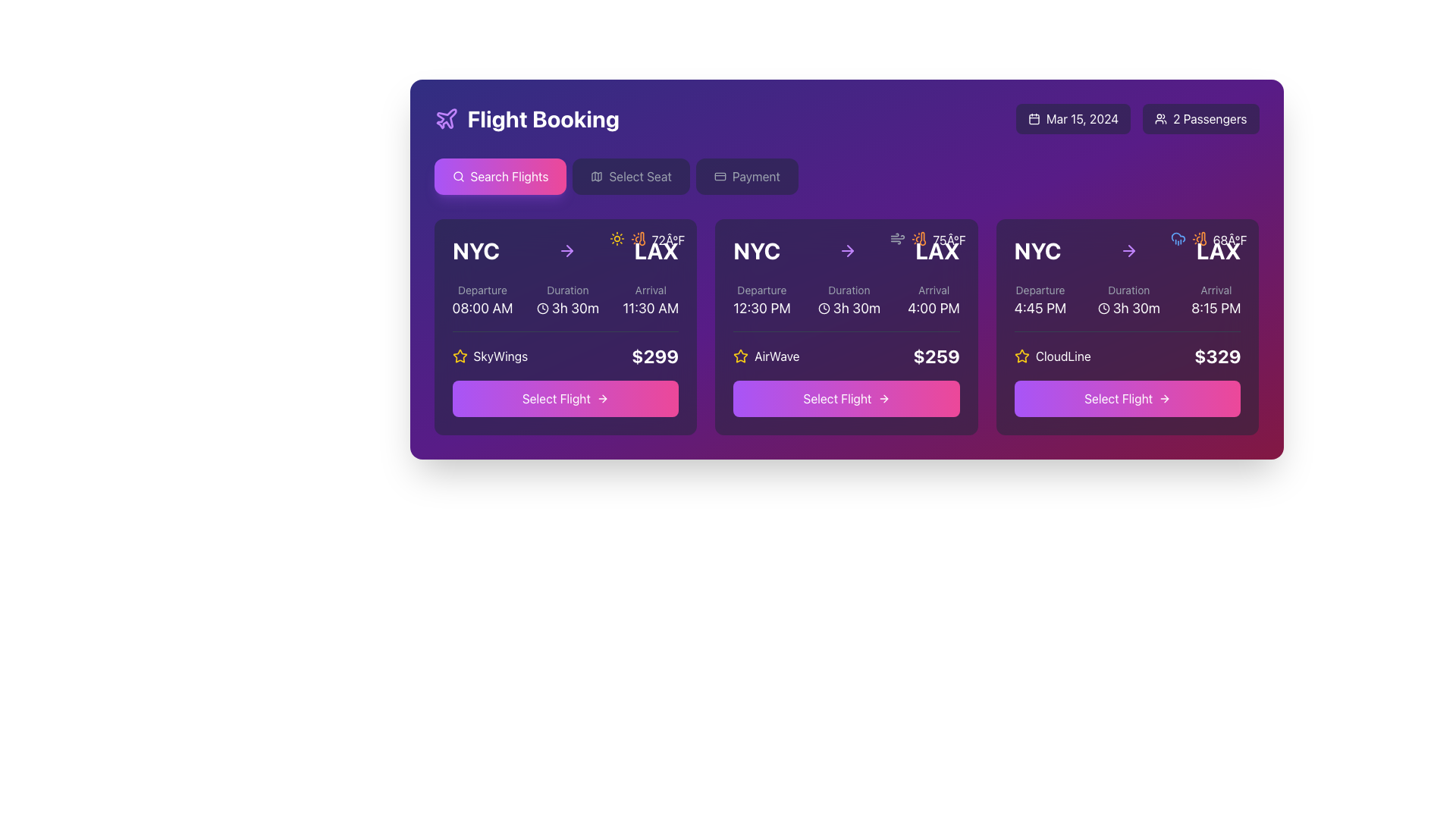 This screenshot has width=1456, height=819. Describe the element at coordinates (1177, 239) in the screenshot. I see `the blue cloud icon with rain drops located in the top-right corner of the flight card from NYC to LAX, positioned to the left of an orange thermometer icon` at that location.